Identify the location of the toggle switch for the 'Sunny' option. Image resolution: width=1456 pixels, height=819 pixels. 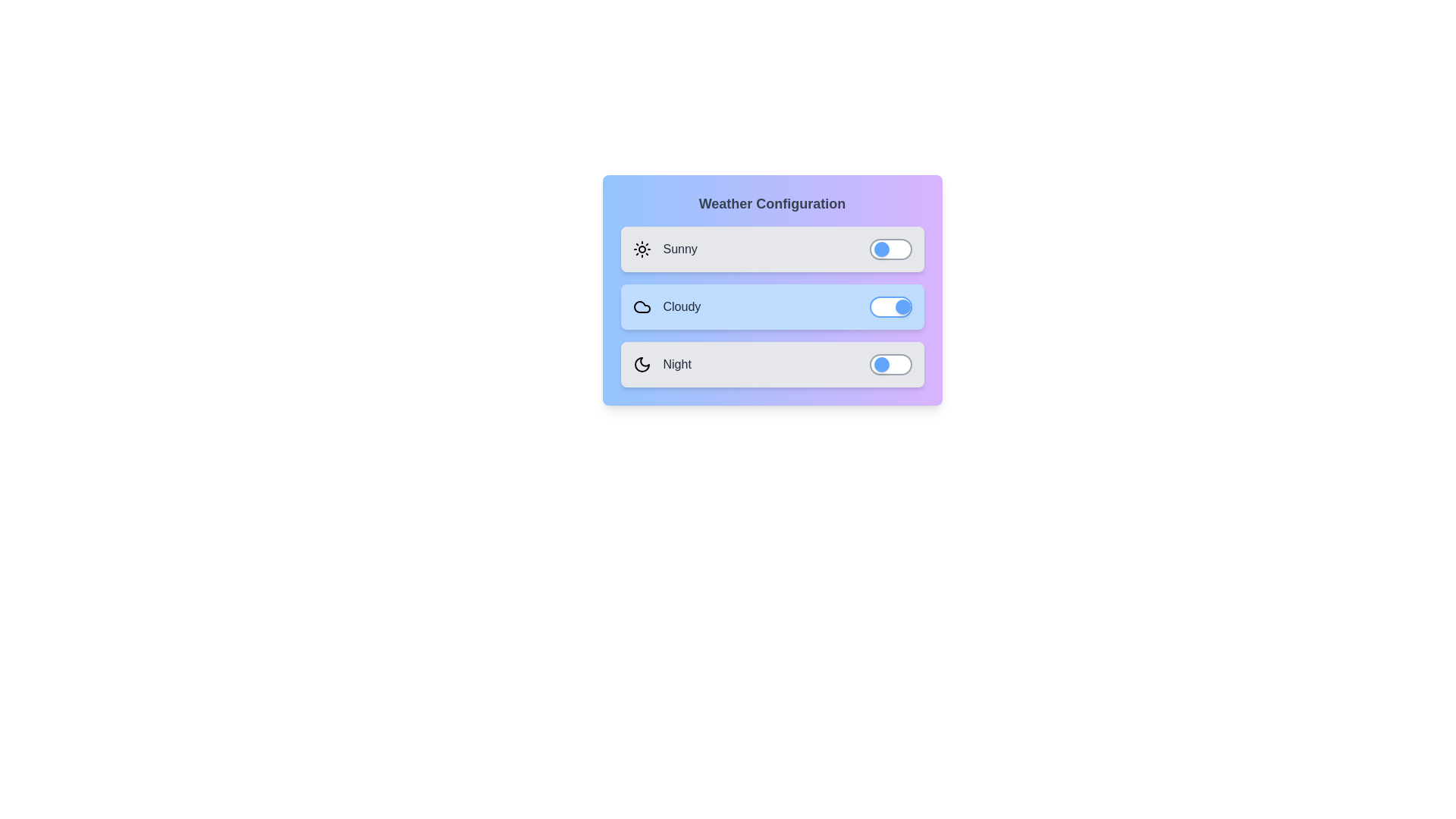
(890, 248).